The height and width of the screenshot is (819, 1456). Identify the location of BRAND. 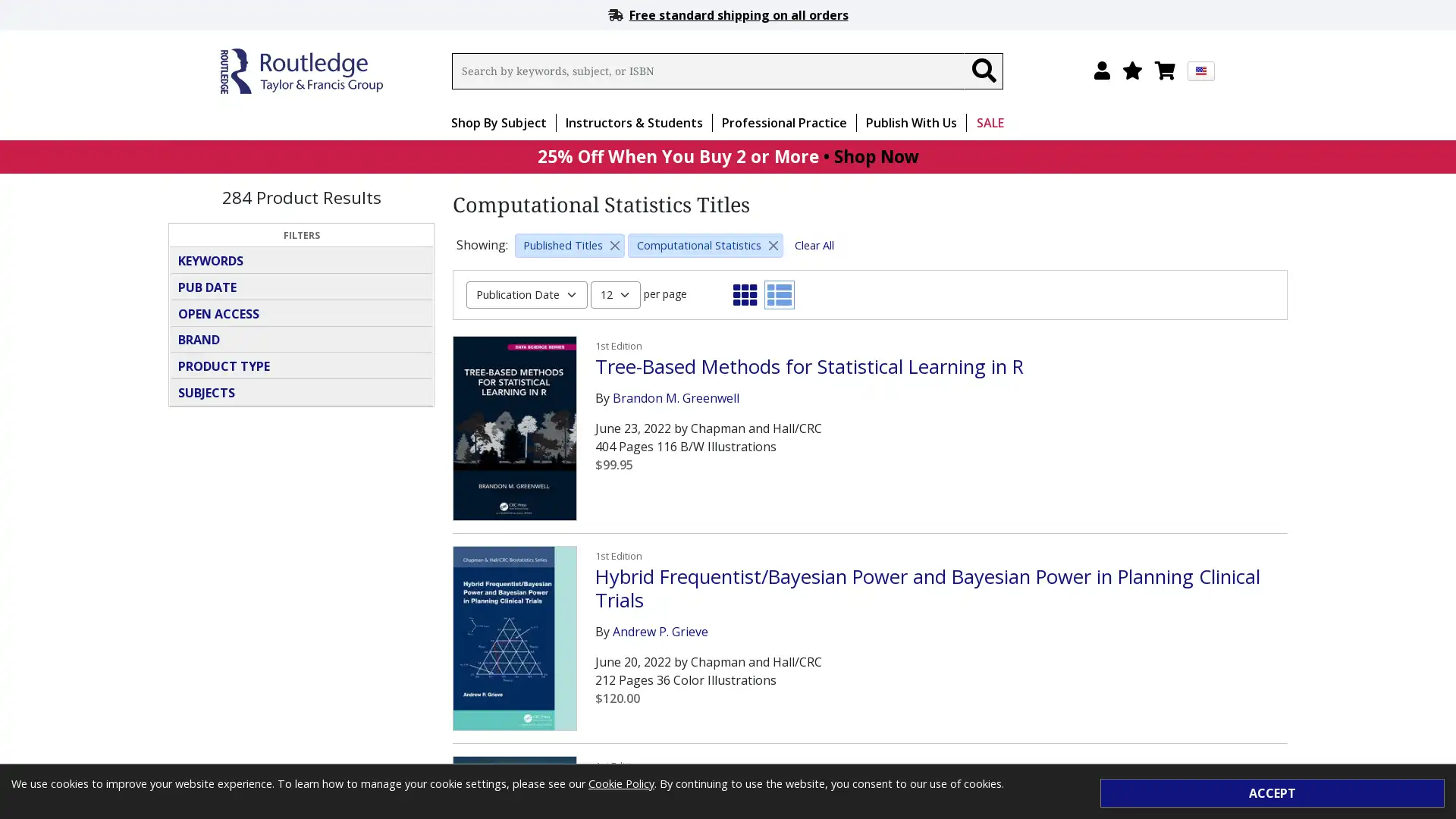
(301, 338).